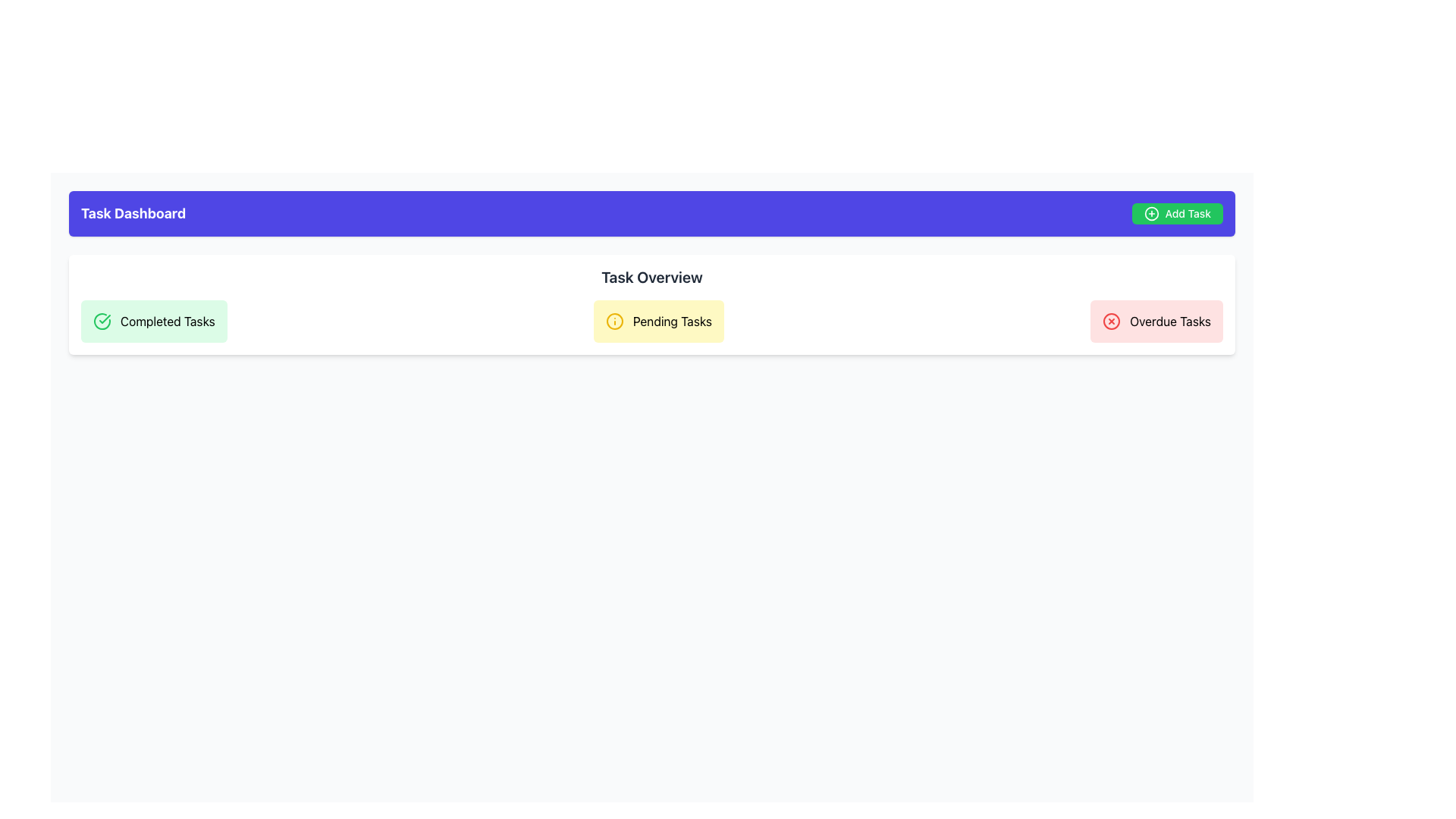 The height and width of the screenshot is (819, 1456). What do you see at coordinates (1176, 213) in the screenshot?
I see `the 'Add Task' button located in the upper right corner of the dashboard's header section, which follows the 'Task Dashboard' title element` at bounding box center [1176, 213].